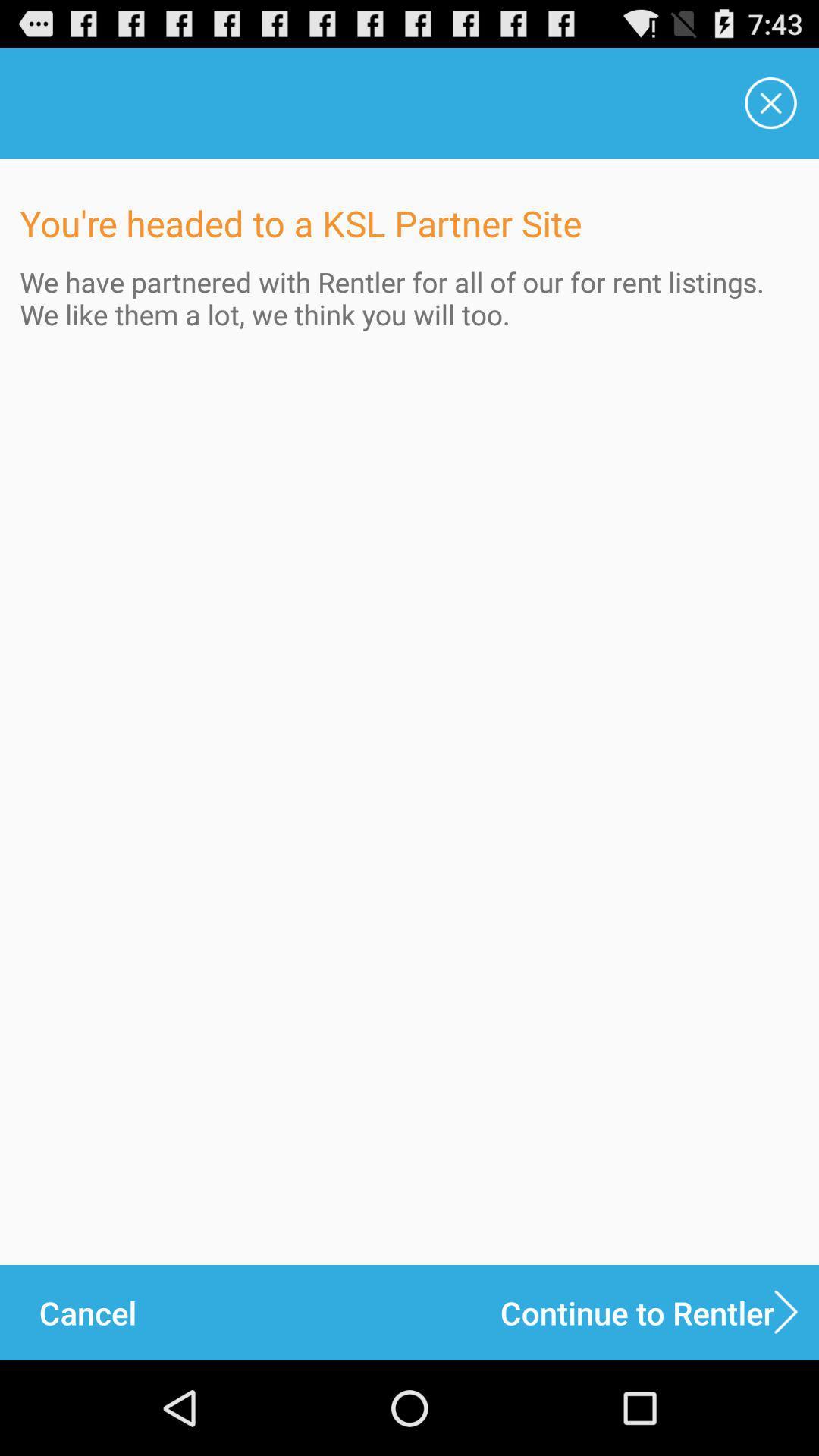 The height and width of the screenshot is (1456, 819). I want to click on the item above we have partnered, so click(771, 102).